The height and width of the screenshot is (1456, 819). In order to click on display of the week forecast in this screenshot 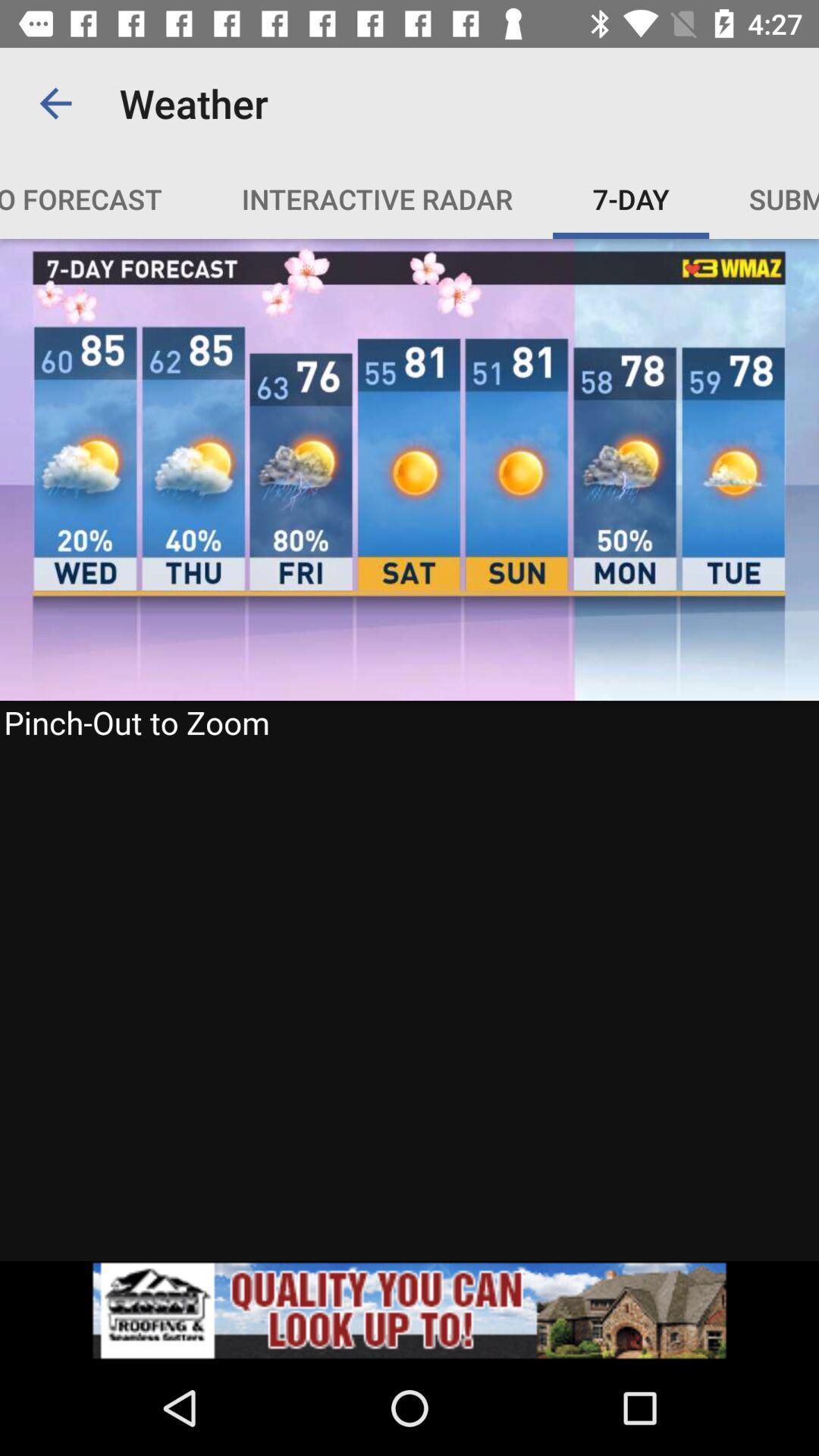, I will do `click(409, 749)`.